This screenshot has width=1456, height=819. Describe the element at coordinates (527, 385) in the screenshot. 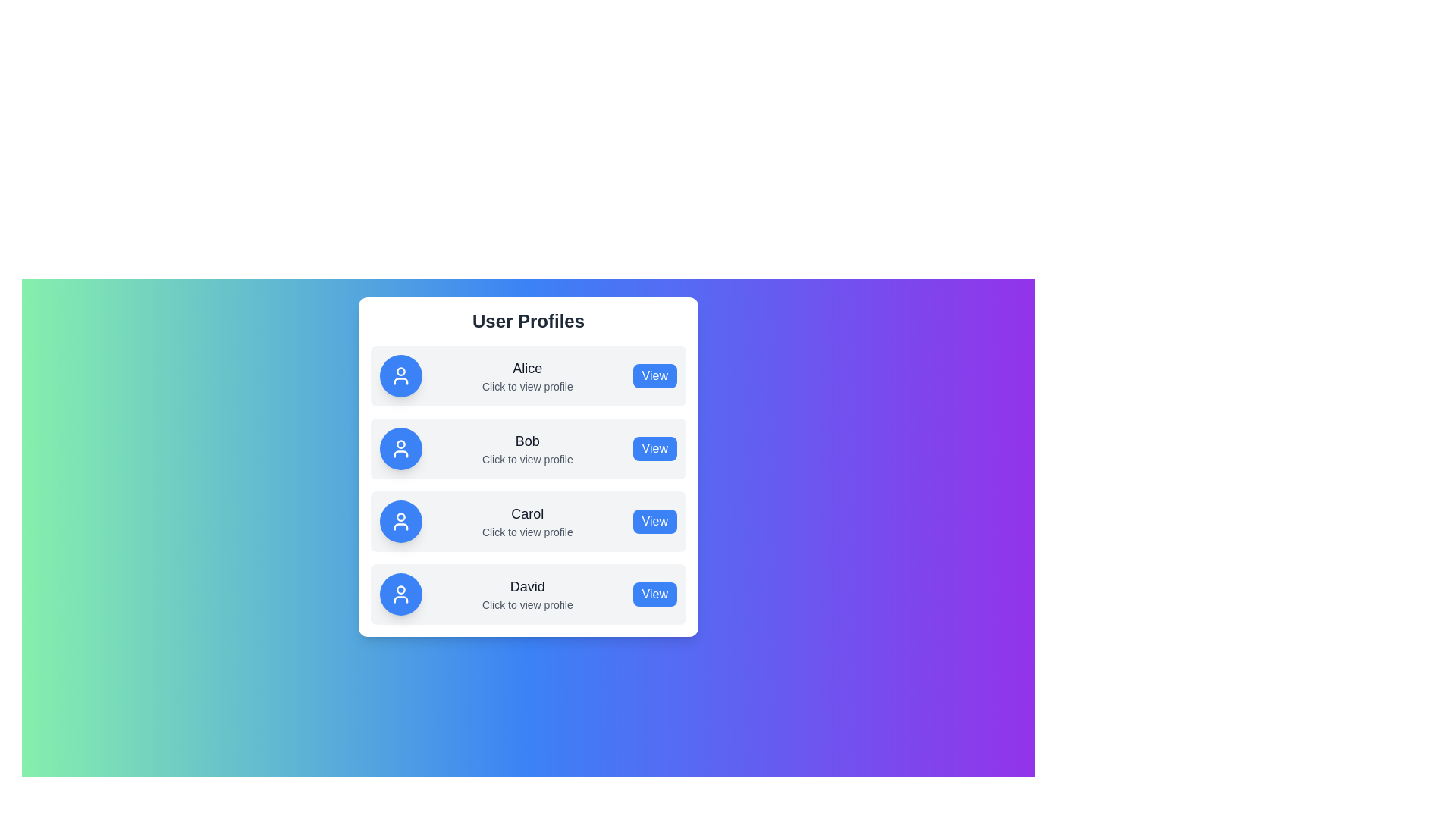

I see `the text label that reads 'Click` at that location.